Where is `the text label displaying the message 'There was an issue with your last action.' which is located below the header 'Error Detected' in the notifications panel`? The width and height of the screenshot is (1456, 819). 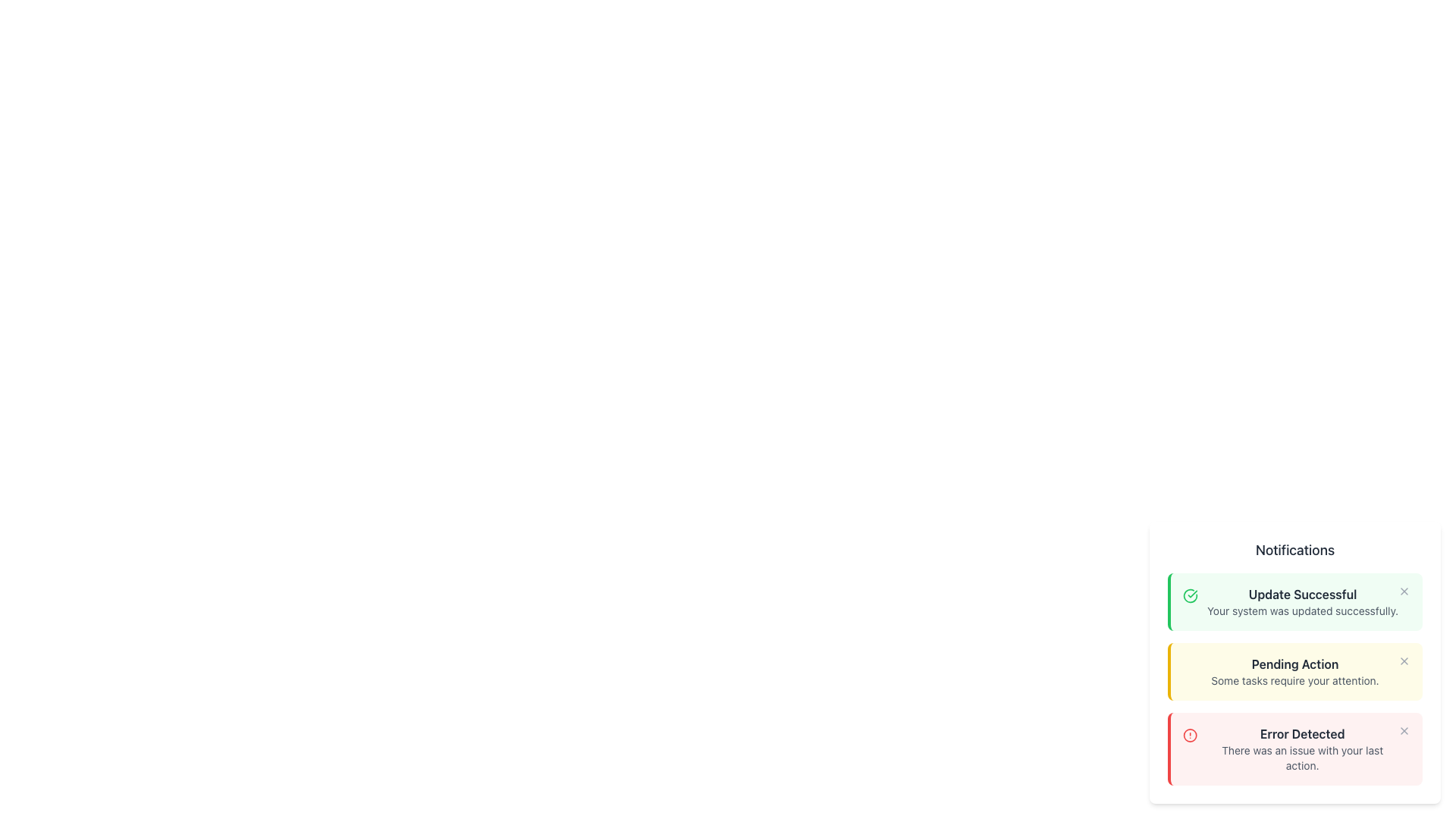 the text label displaying the message 'There was an issue with your last action.' which is located below the header 'Error Detected' in the notifications panel is located at coordinates (1301, 758).